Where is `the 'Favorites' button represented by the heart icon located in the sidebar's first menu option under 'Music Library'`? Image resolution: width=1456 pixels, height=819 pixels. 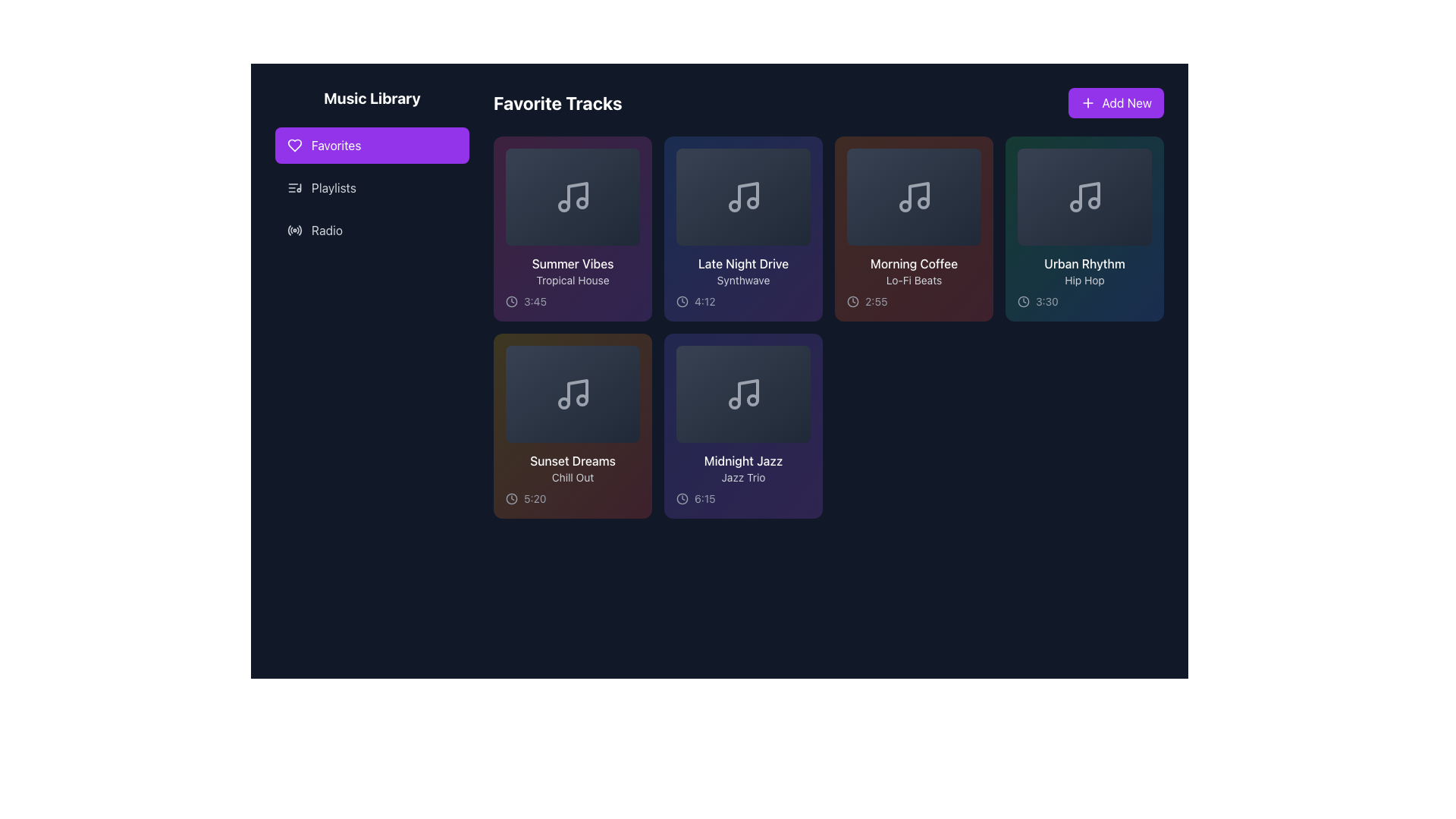
the 'Favorites' button represented by the heart icon located in the sidebar's first menu option under 'Music Library' is located at coordinates (294, 146).